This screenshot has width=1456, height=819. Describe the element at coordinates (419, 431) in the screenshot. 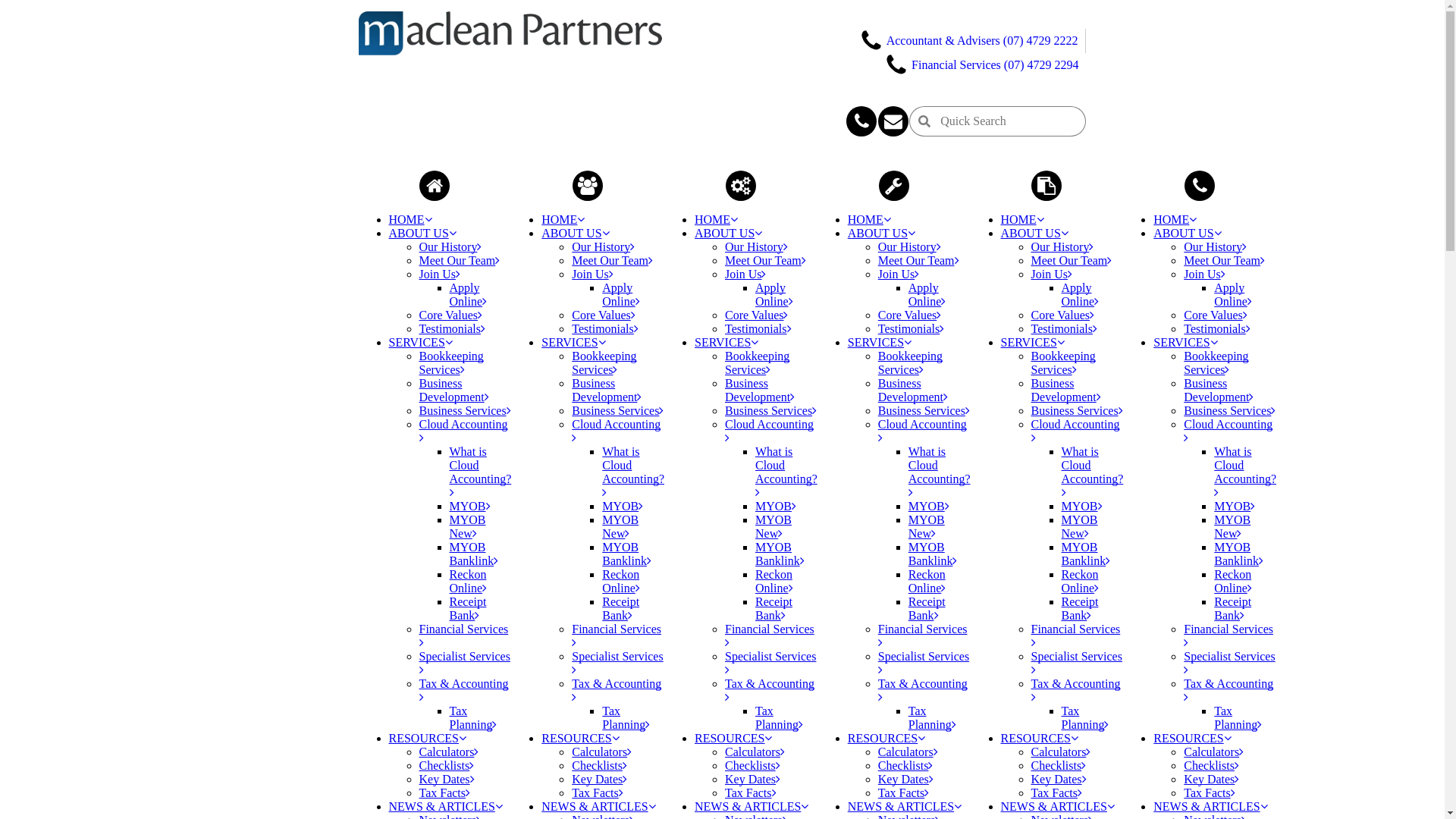

I see `'Cloud Accounting'` at that location.